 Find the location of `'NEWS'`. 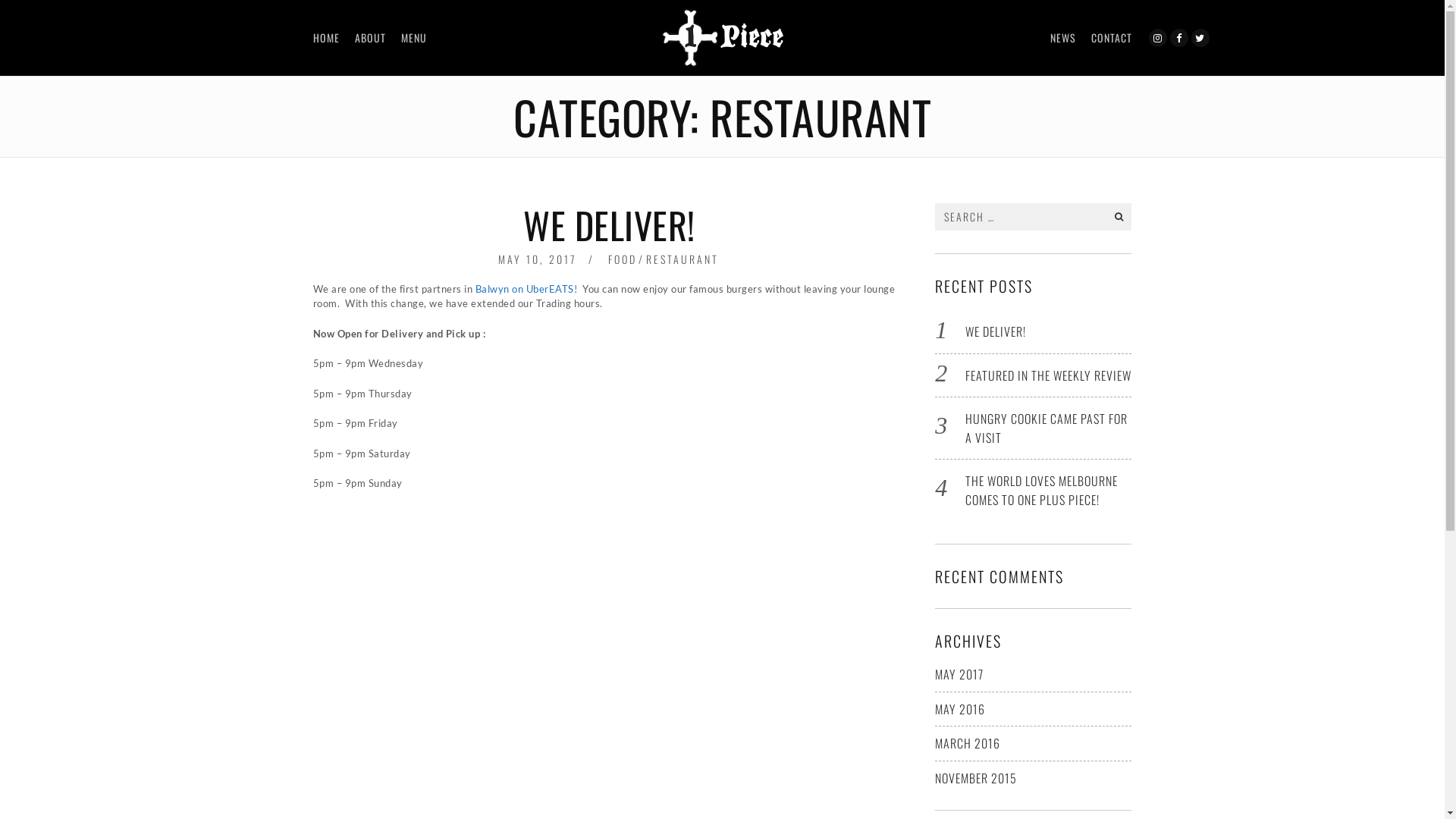

'NEWS' is located at coordinates (1048, 37).